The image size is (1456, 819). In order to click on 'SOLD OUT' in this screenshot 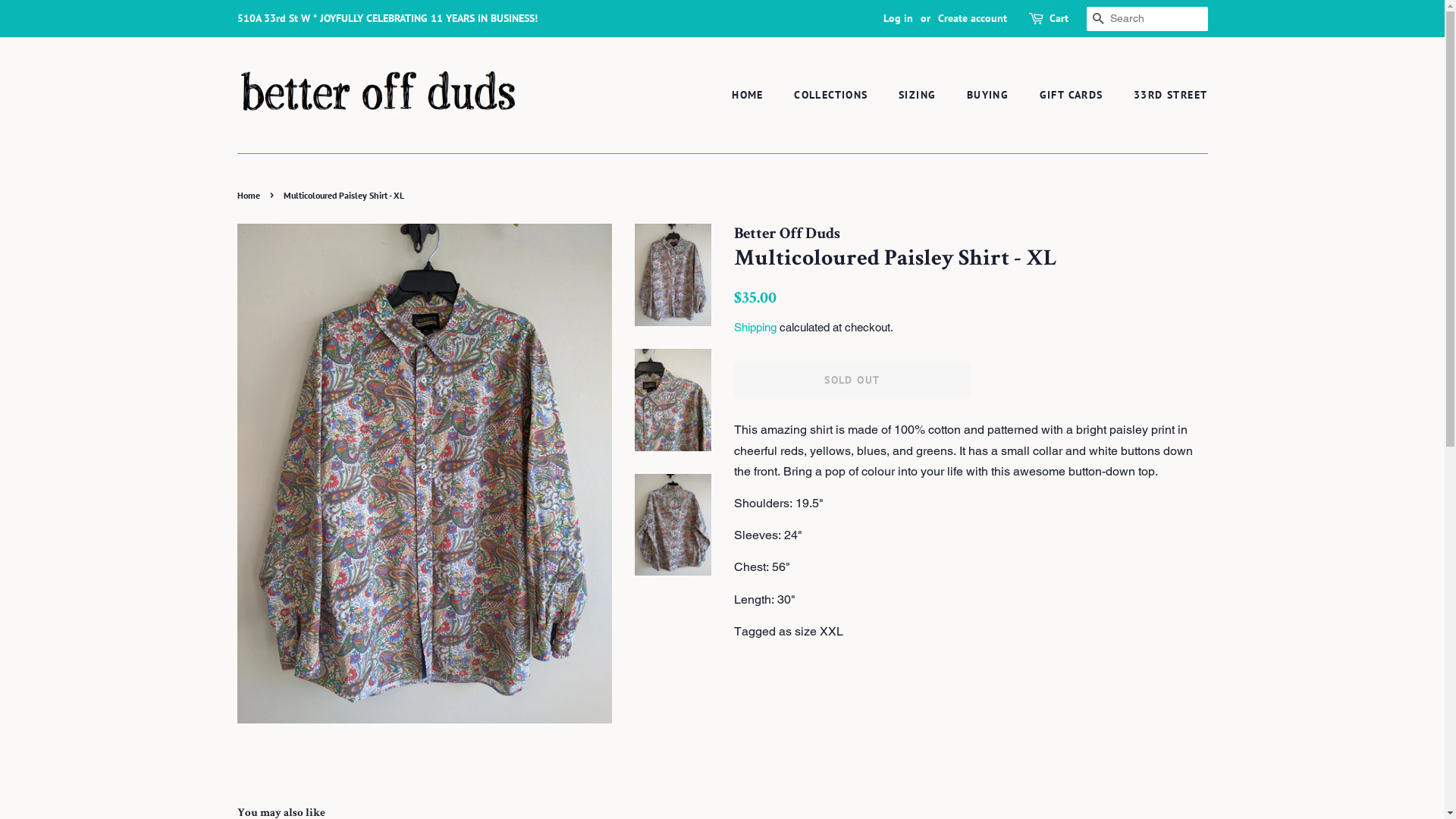, I will do `click(852, 379)`.